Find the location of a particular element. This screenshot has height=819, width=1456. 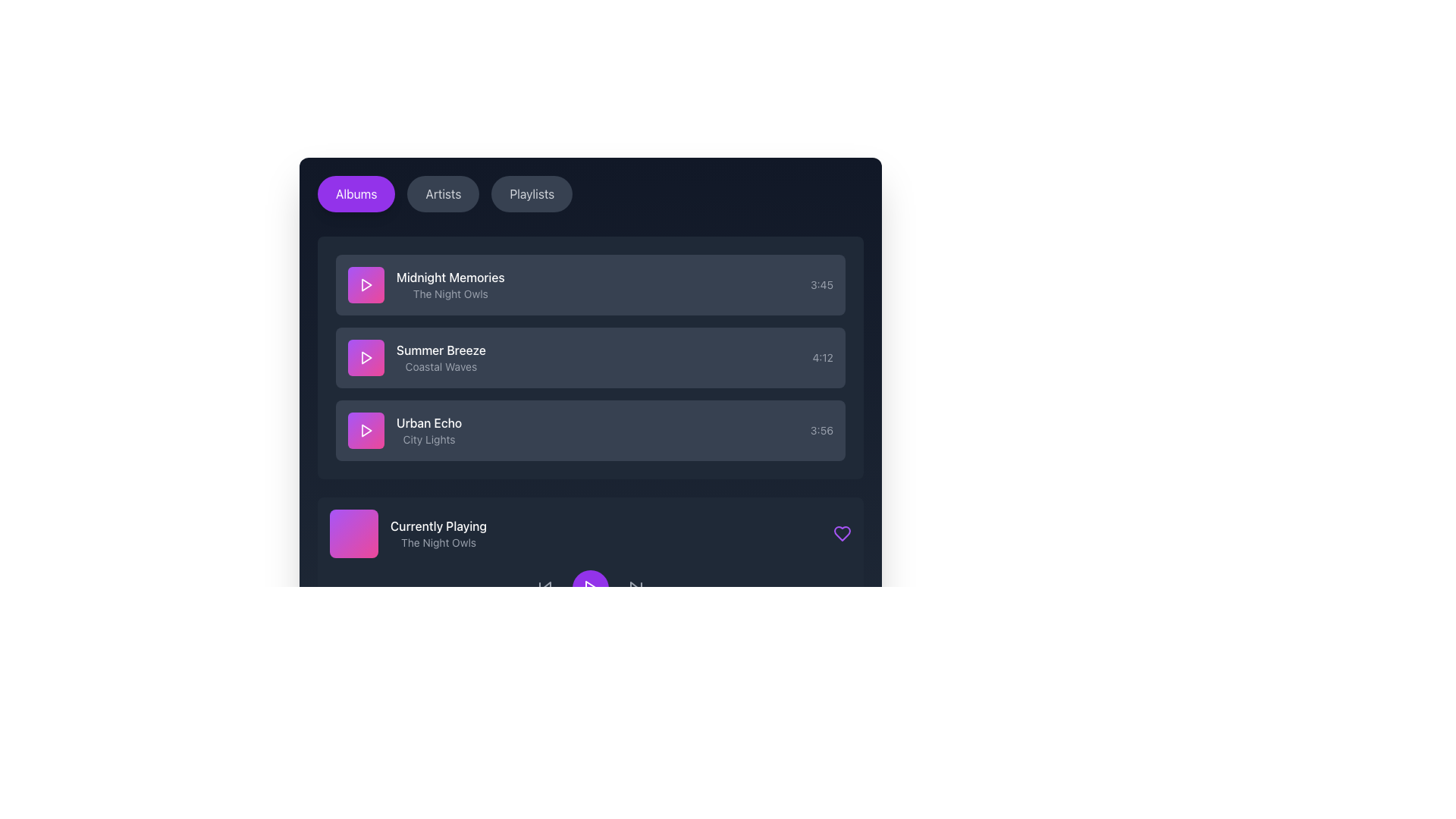

the List item section displaying the title 'Urban Echo' and subtitle 'City Lights' is located at coordinates (405, 430).